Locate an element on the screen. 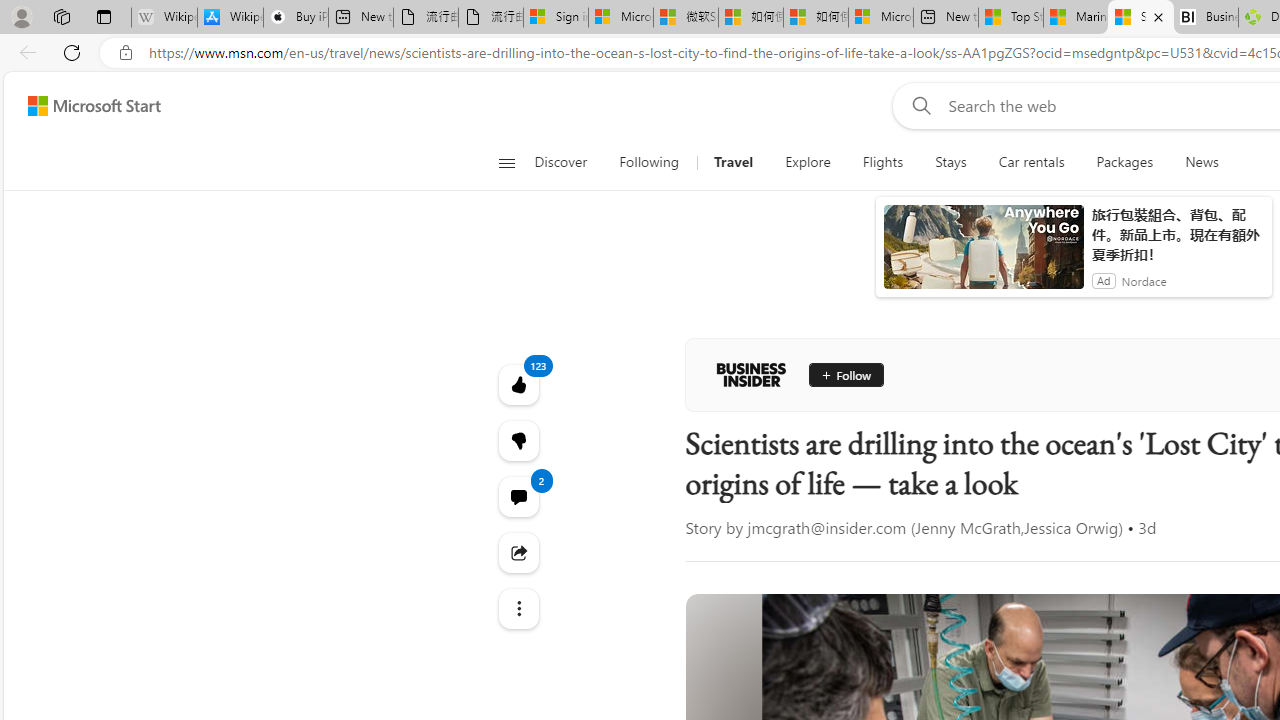 This screenshot has width=1280, height=720. 'Packages' is located at coordinates (1125, 162).